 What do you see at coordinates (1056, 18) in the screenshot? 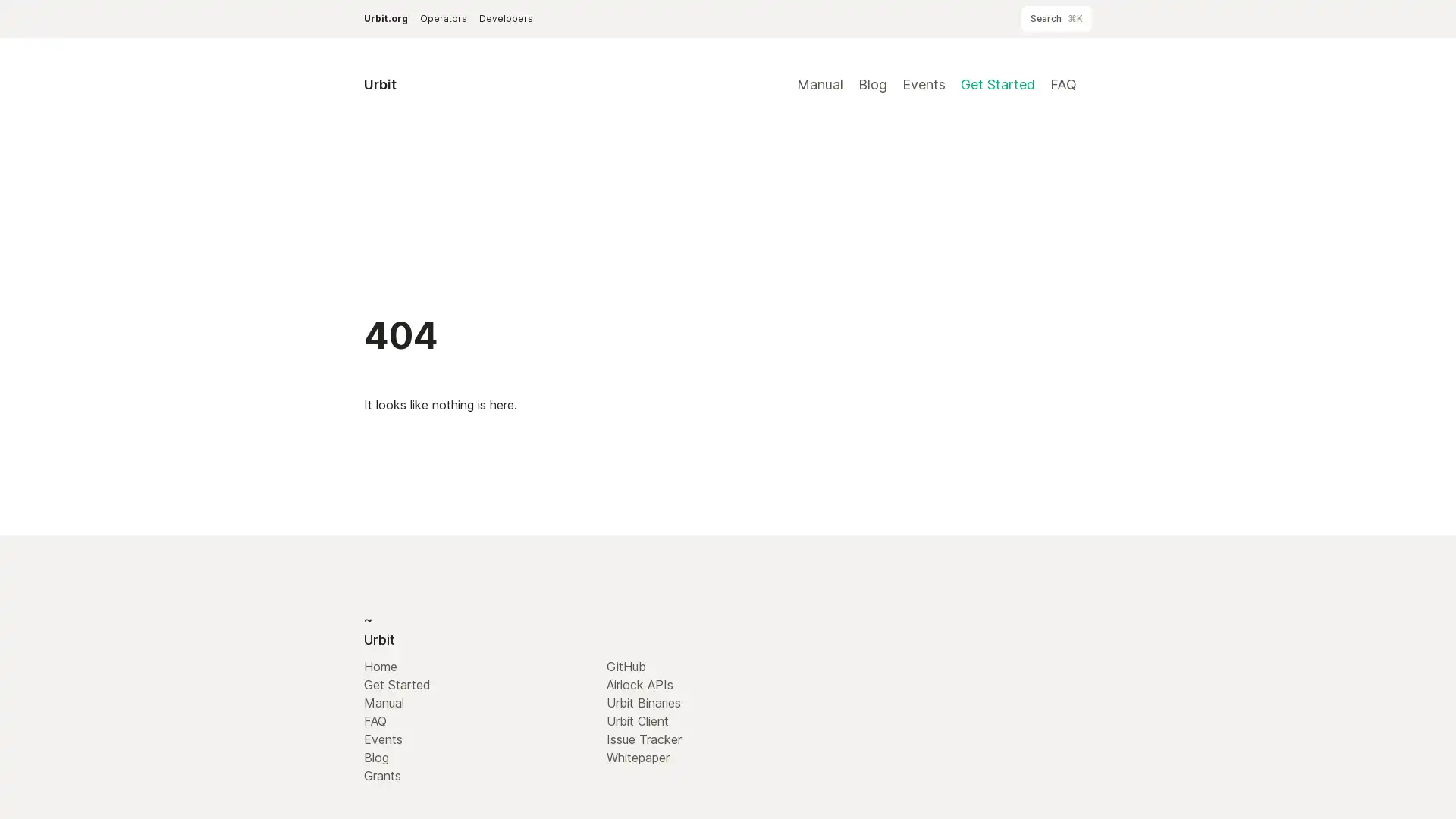
I see `Search K` at bounding box center [1056, 18].